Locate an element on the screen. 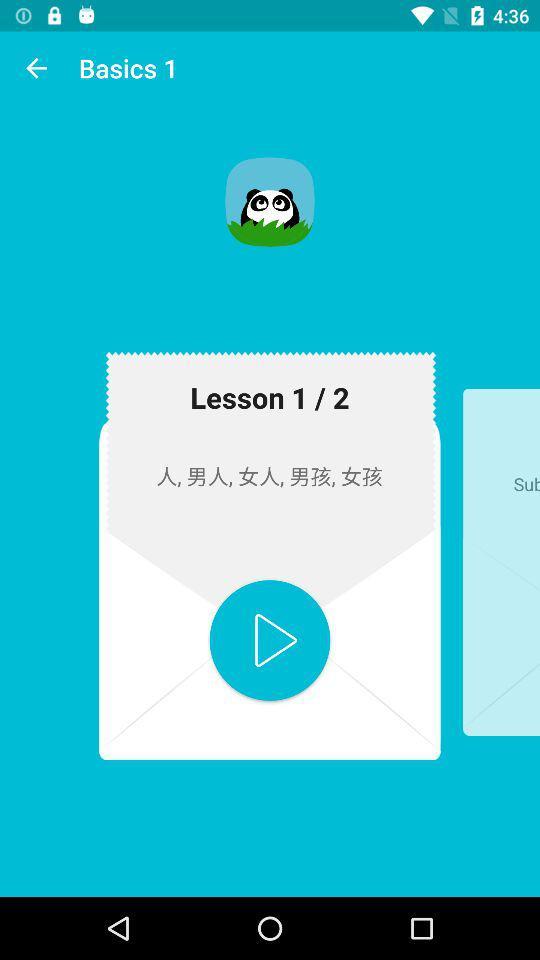  basics pages is located at coordinates (270, 639).